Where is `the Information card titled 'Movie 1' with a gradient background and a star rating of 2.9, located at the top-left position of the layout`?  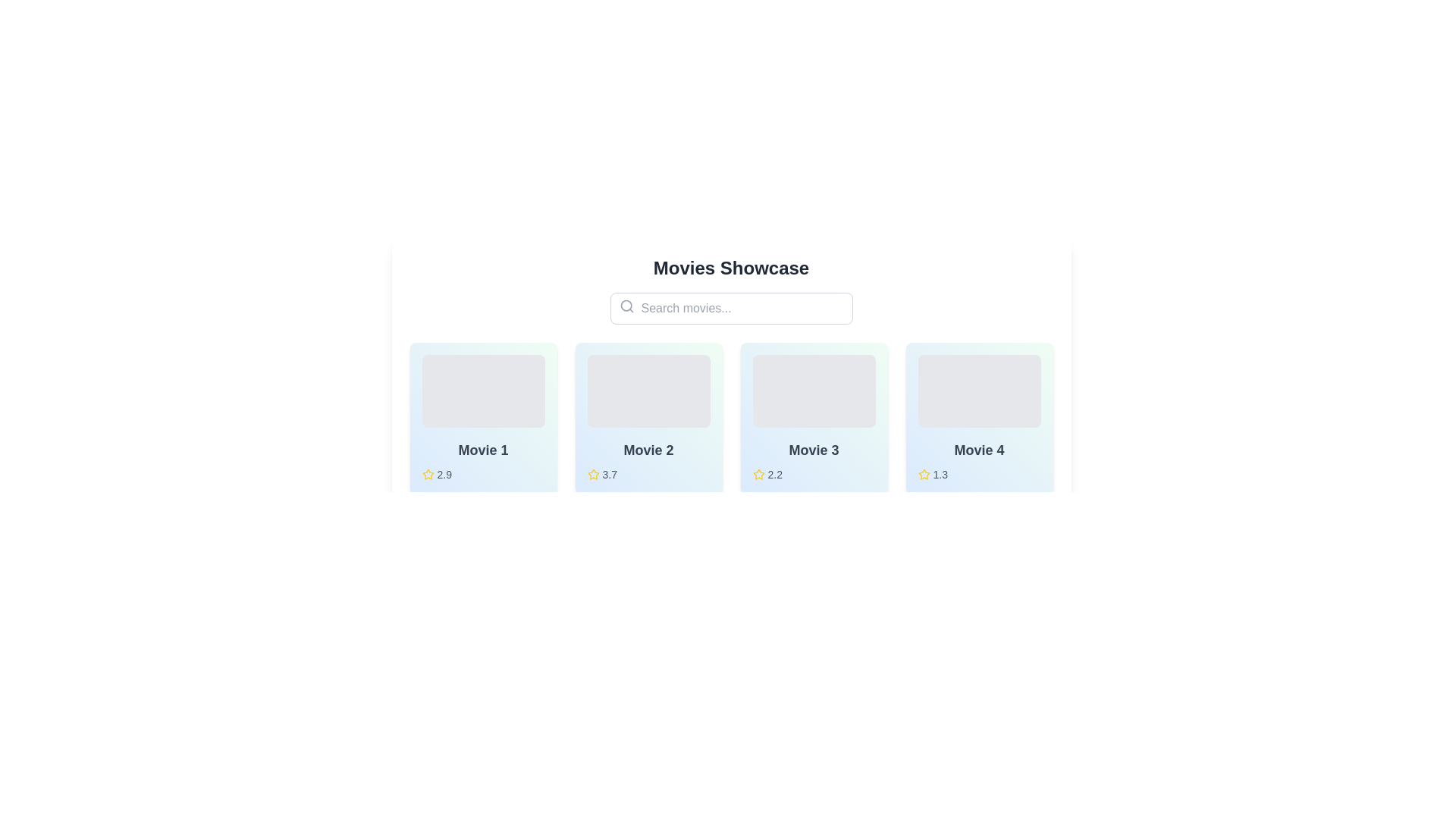 the Information card titled 'Movie 1' with a gradient background and a star rating of 2.9, located at the top-left position of the layout is located at coordinates (482, 418).